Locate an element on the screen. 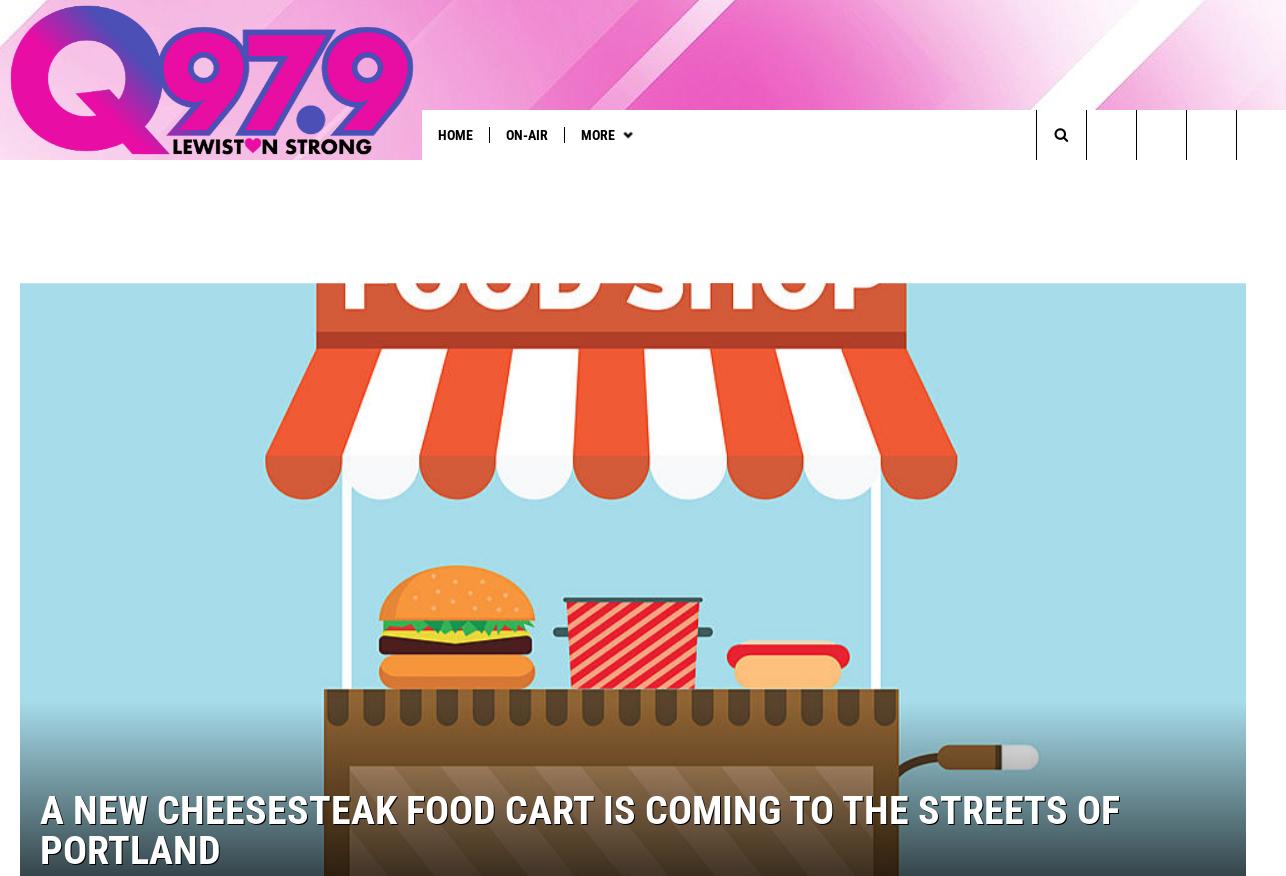  'Townsquare Talent' is located at coordinates (716, 175).